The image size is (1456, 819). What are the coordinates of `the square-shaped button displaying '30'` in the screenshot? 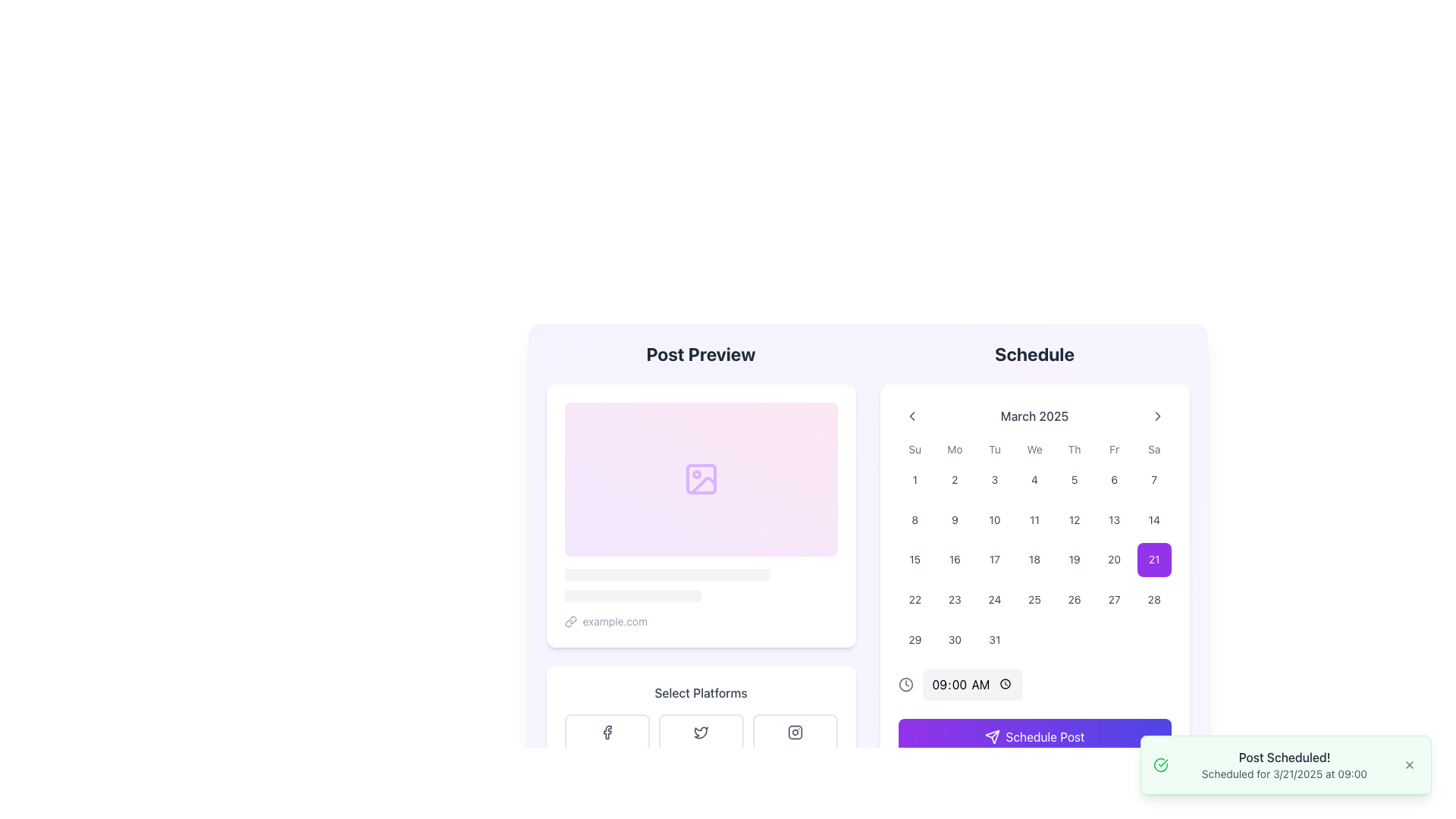 It's located at (953, 639).